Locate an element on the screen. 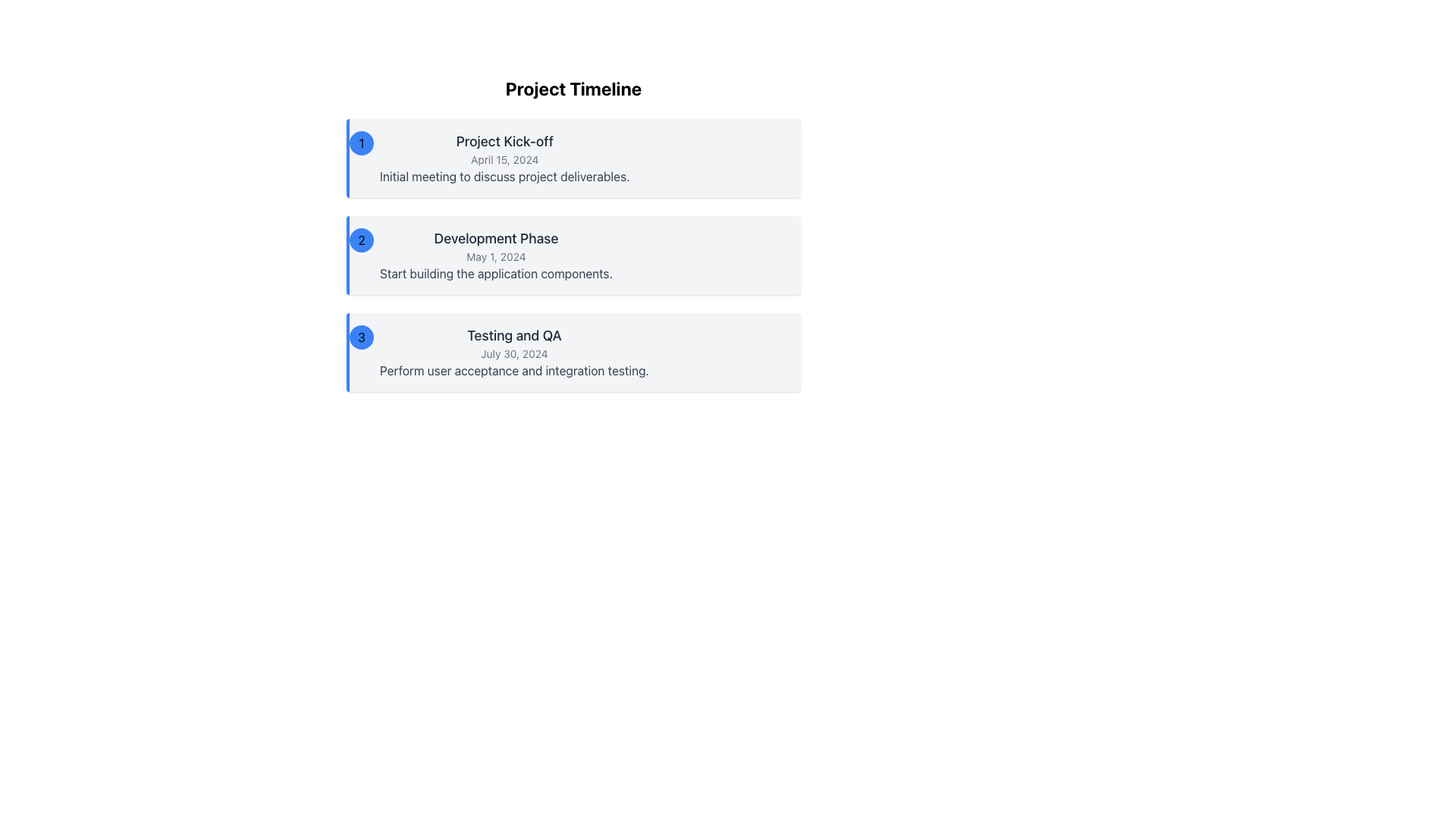  the leftmost Badge of the third card in a vertically aligned sequence of cards, which indicates a step or stage in a process is located at coordinates (360, 336).